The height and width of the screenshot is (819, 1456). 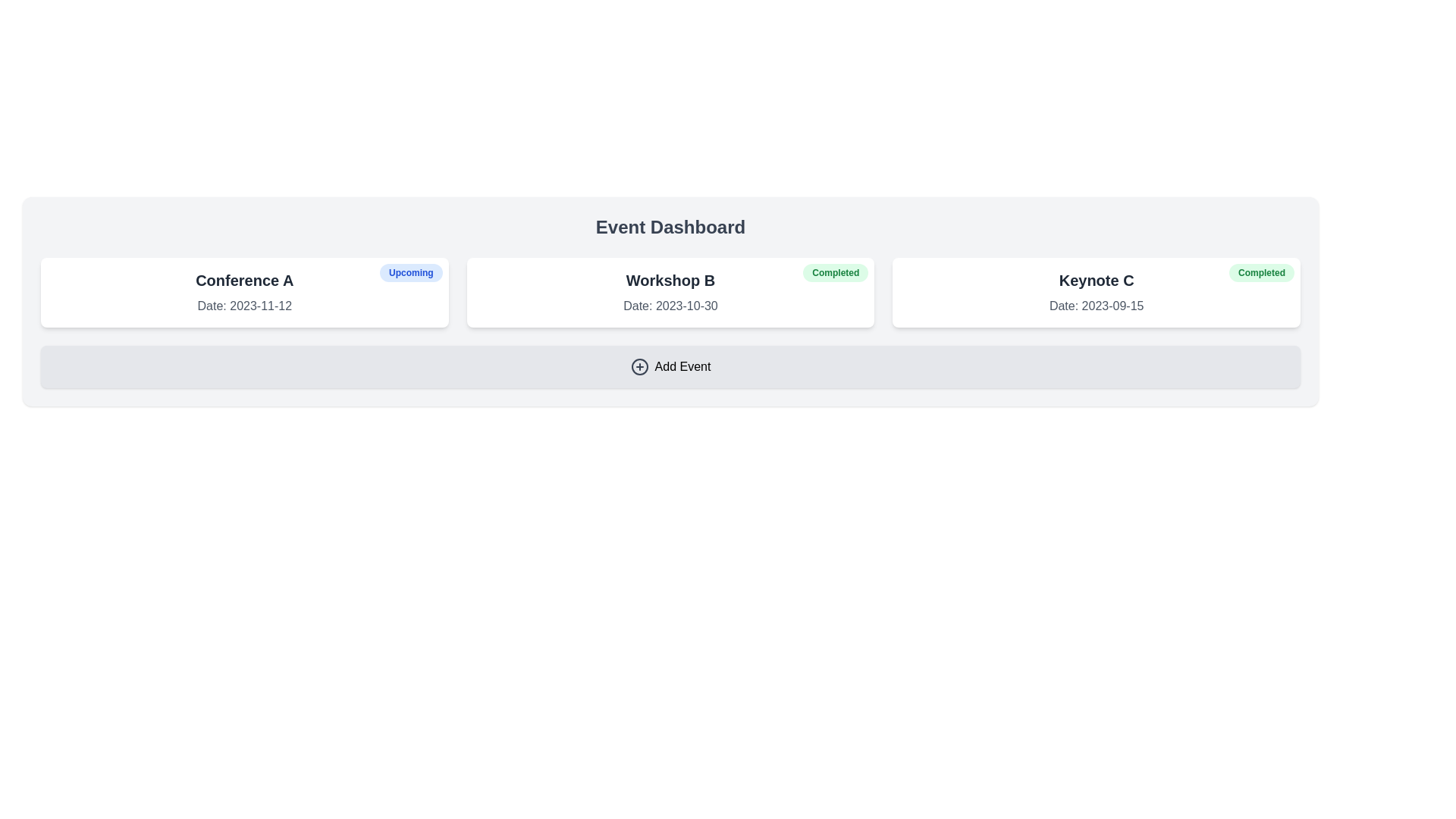 What do you see at coordinates (639, 366) in the screenshot?
I see `the outer circle of the icon that resembles a circle with a plus symbol, located below the 'Add Event' label in the central content section` at bounding box center [639, 366].